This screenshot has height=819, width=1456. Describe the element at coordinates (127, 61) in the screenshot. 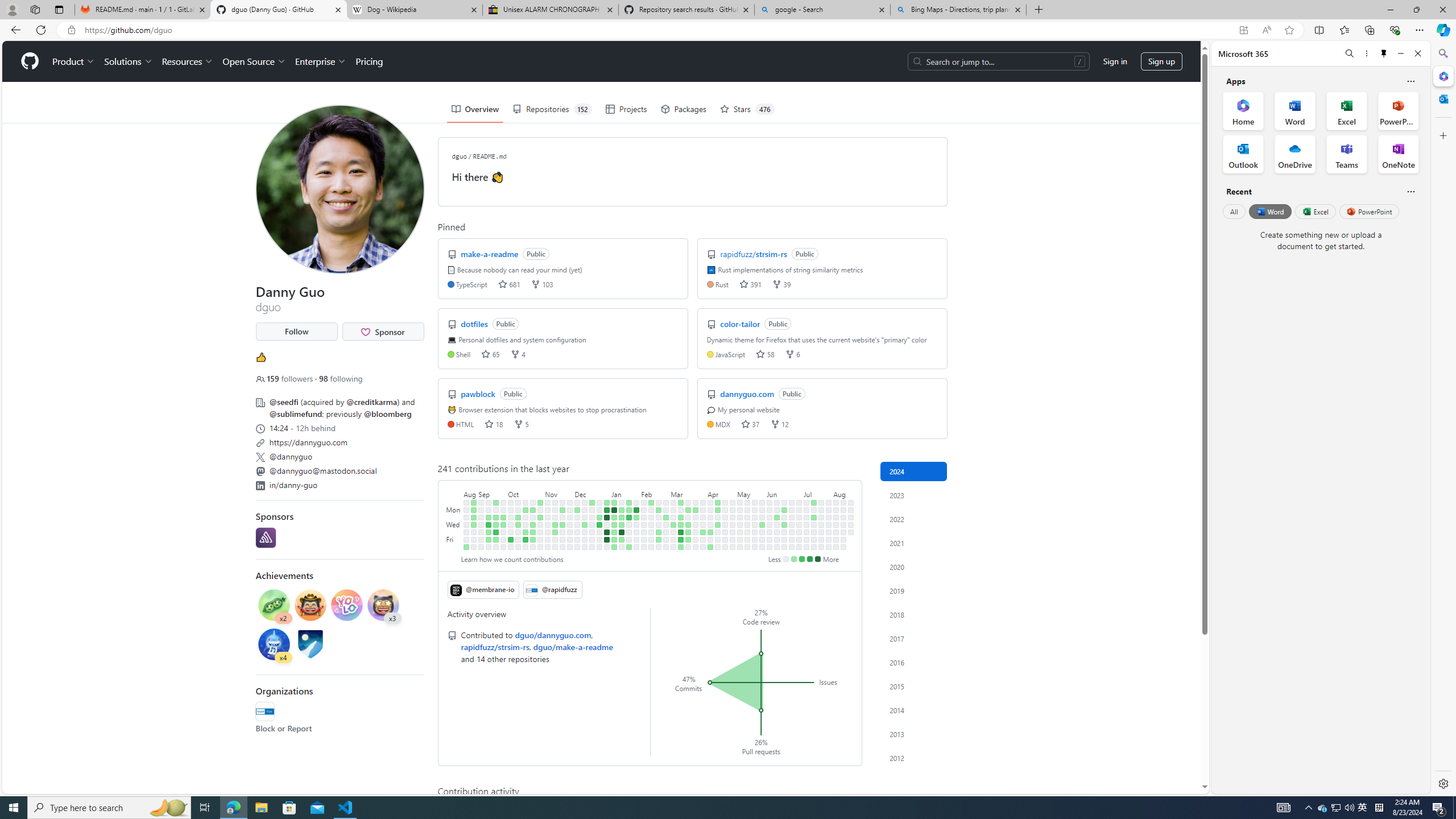

I see `'Solutions'` at that location.